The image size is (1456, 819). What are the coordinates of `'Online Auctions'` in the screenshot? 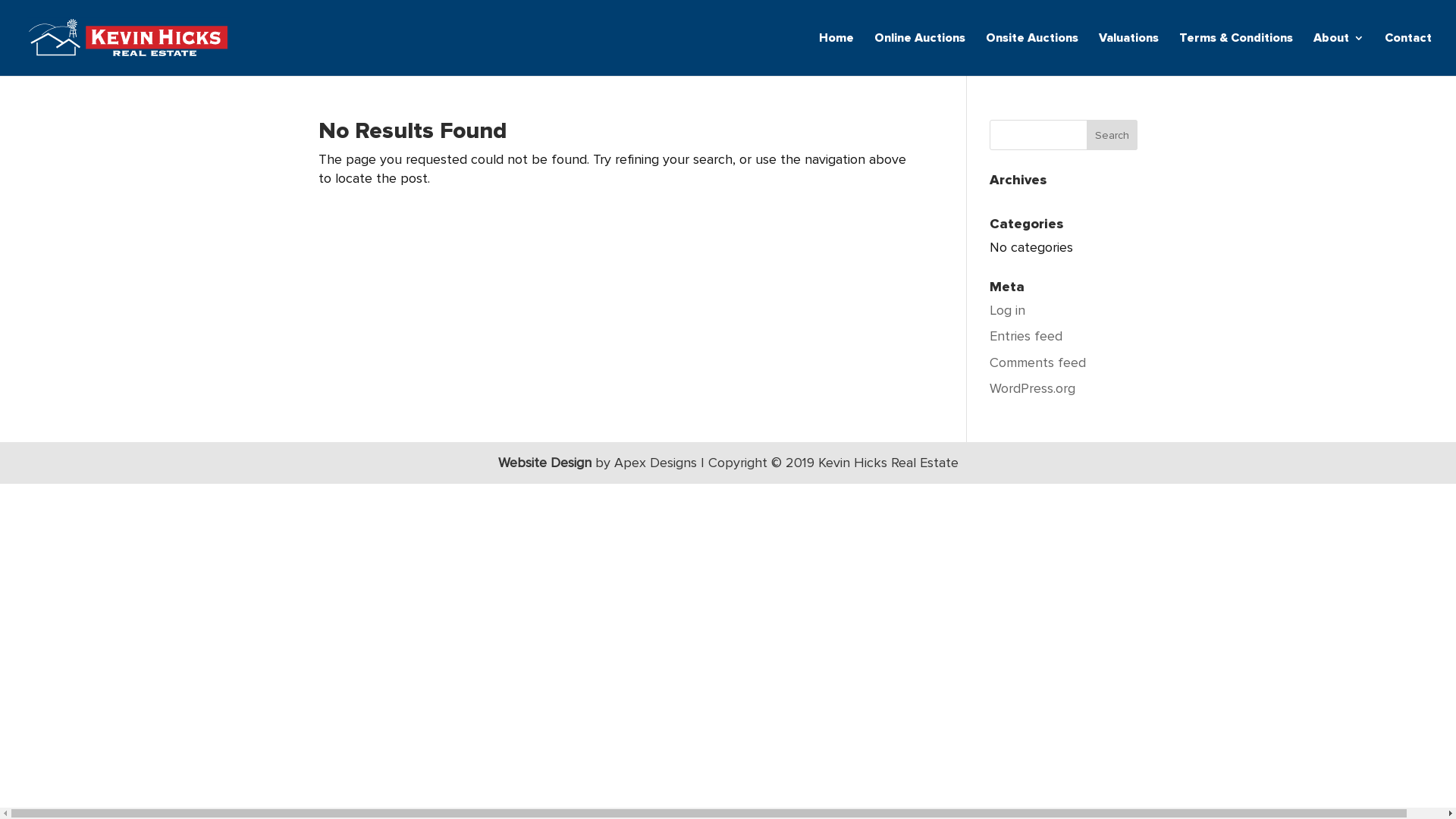 It's located at (919, 53).